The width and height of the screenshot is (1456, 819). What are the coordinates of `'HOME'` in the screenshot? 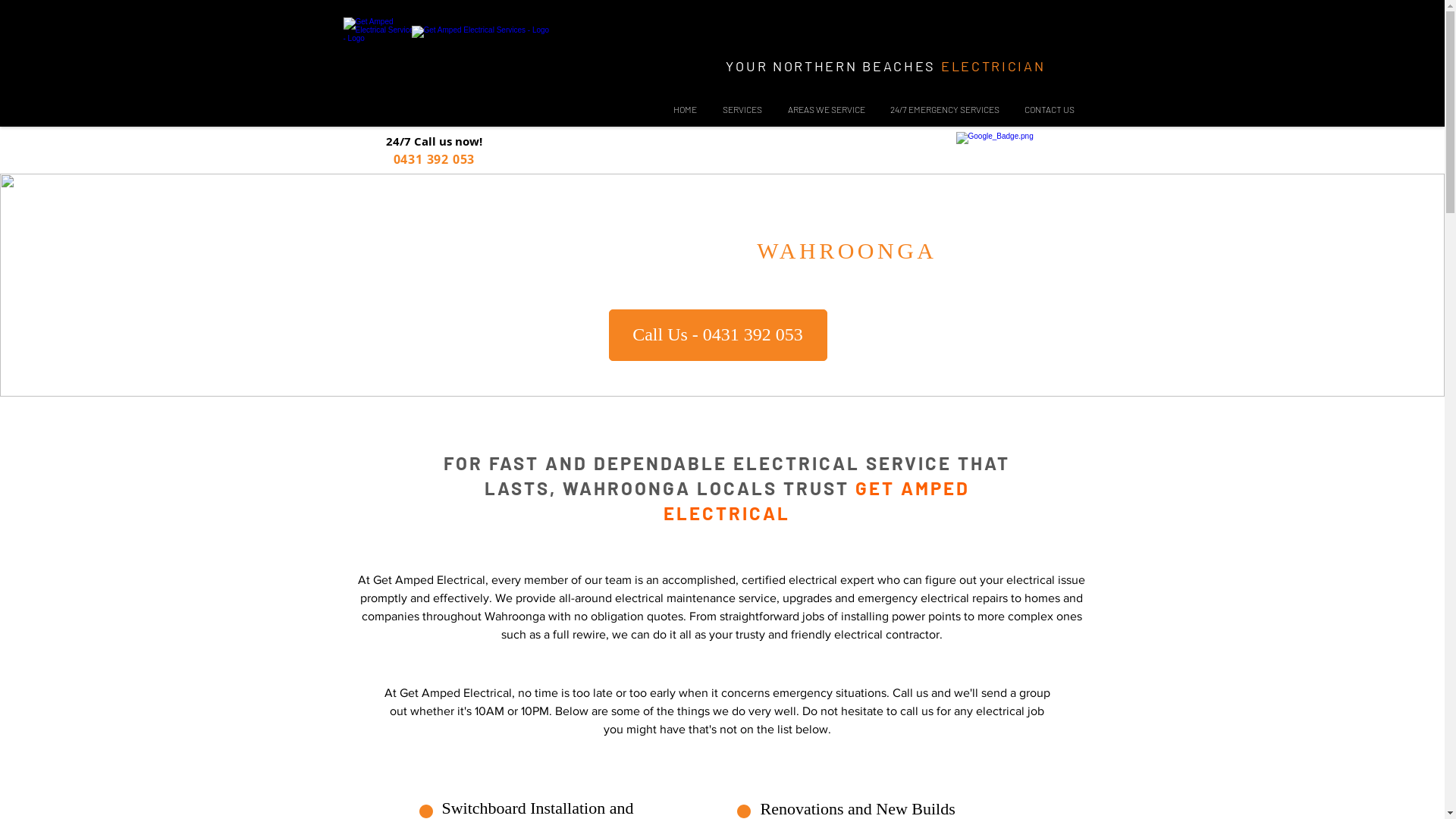 It's located at (683, 108).